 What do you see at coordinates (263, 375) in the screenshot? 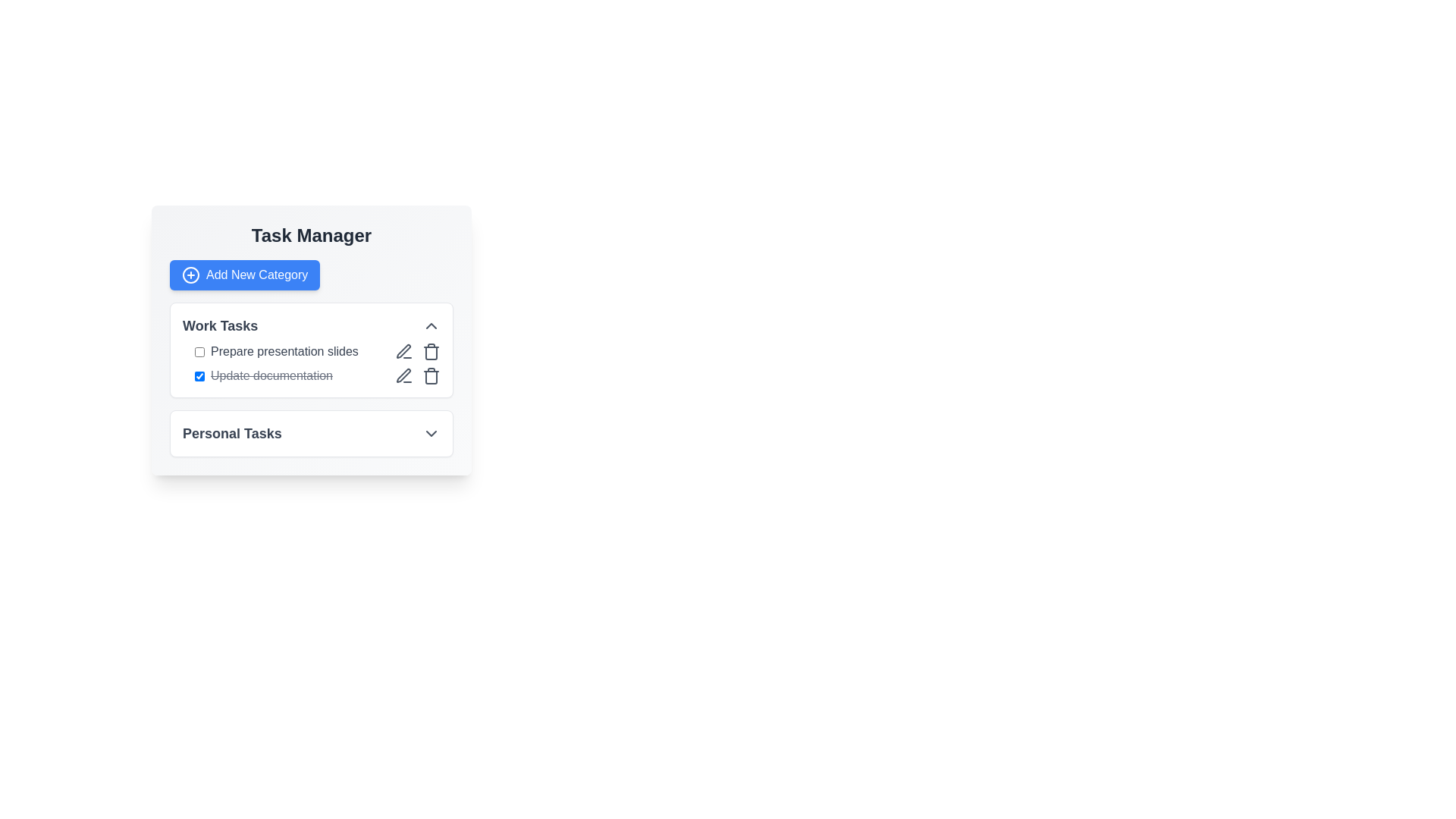
I see `the text of the second task entry in the 'Work Tasks' section of the 'Task Manager' interface to focus or view task details` at bounding box center [263, 375].